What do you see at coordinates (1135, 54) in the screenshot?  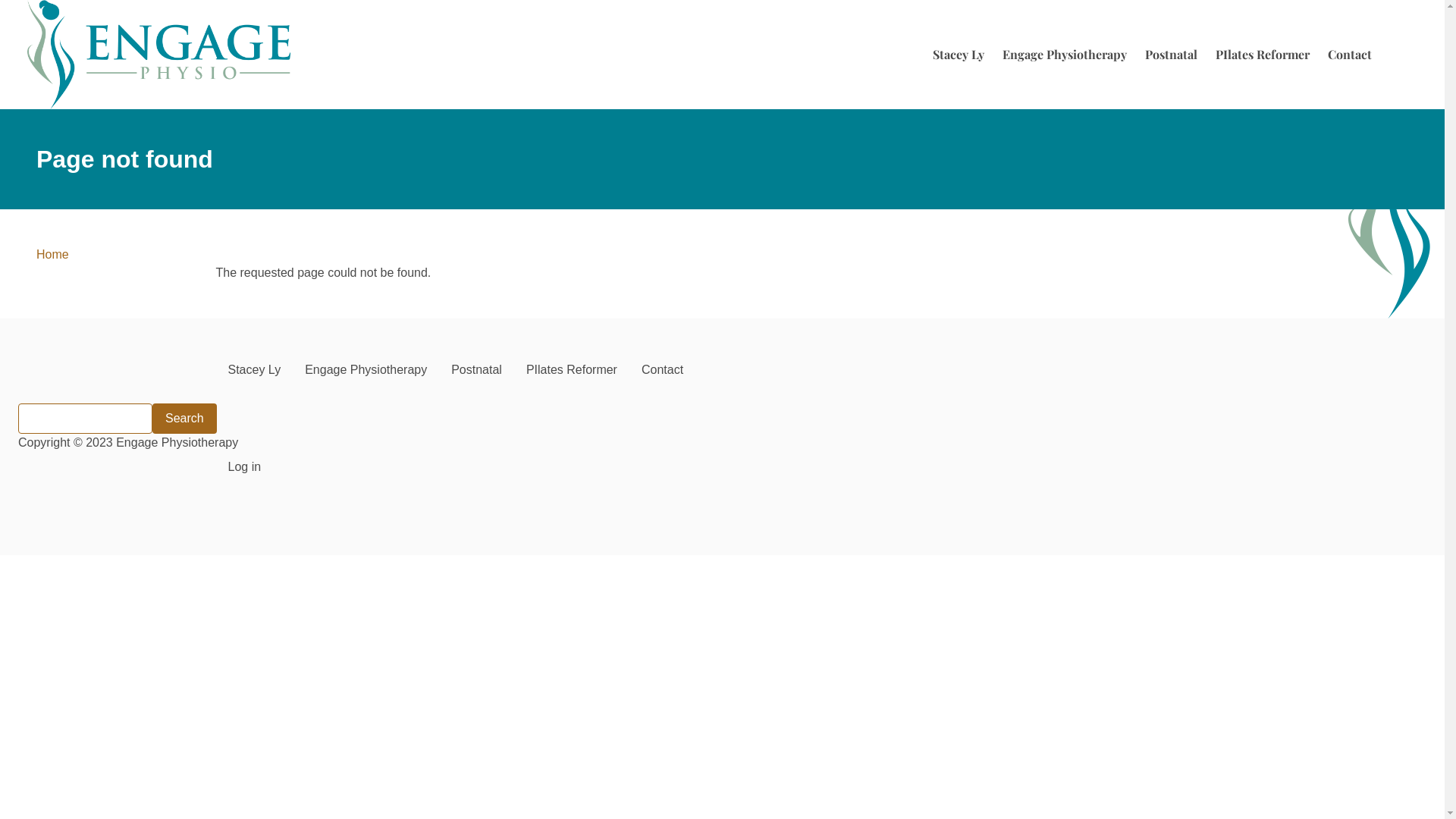 I see `'Postnatal'` at bounding box center [1135, 54].